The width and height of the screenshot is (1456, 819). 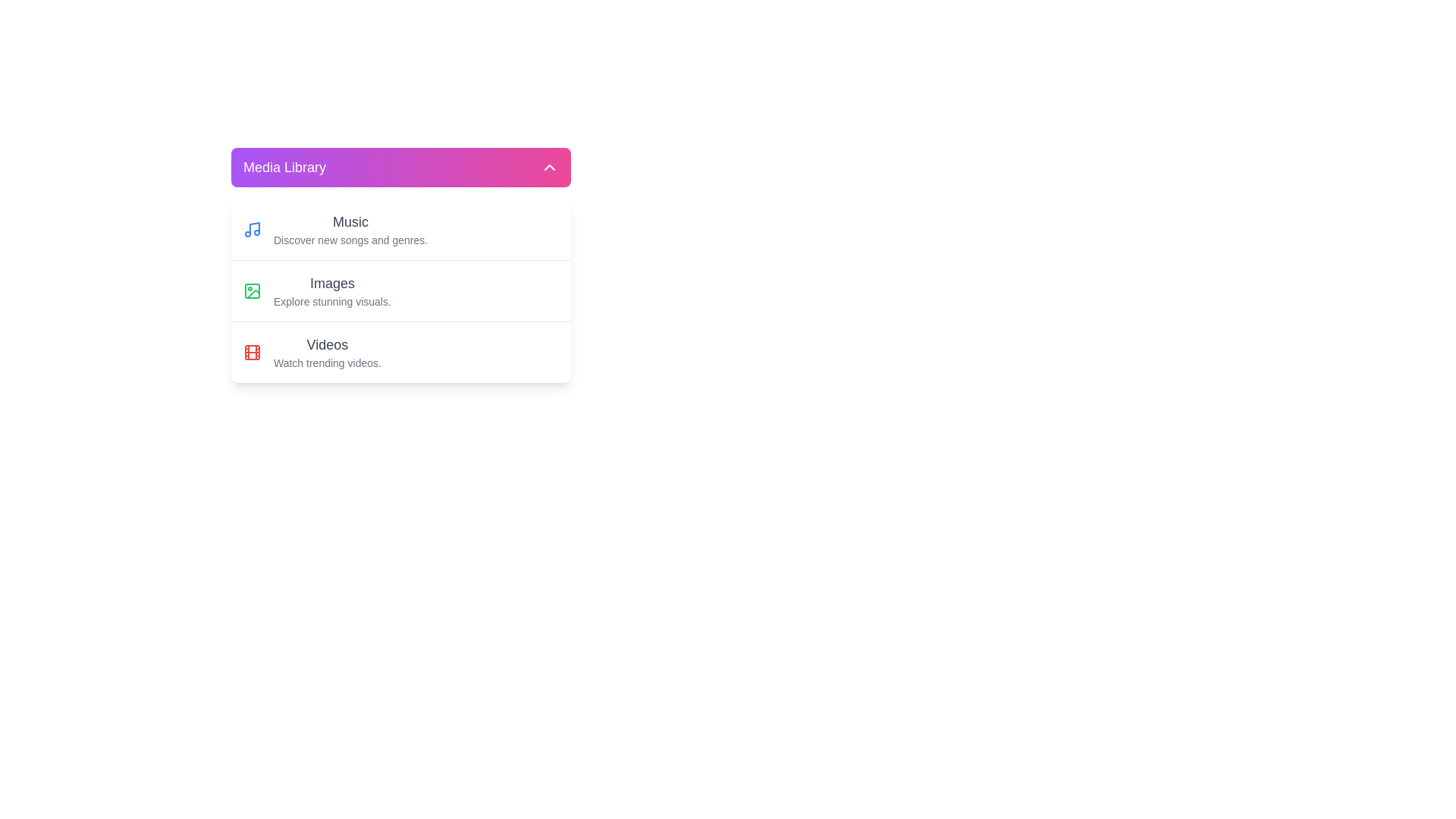 I want to click on the descriptive text located beneath the 'Images' title, which provides additional information about the 'Images' section, so click(x=331, y=301).